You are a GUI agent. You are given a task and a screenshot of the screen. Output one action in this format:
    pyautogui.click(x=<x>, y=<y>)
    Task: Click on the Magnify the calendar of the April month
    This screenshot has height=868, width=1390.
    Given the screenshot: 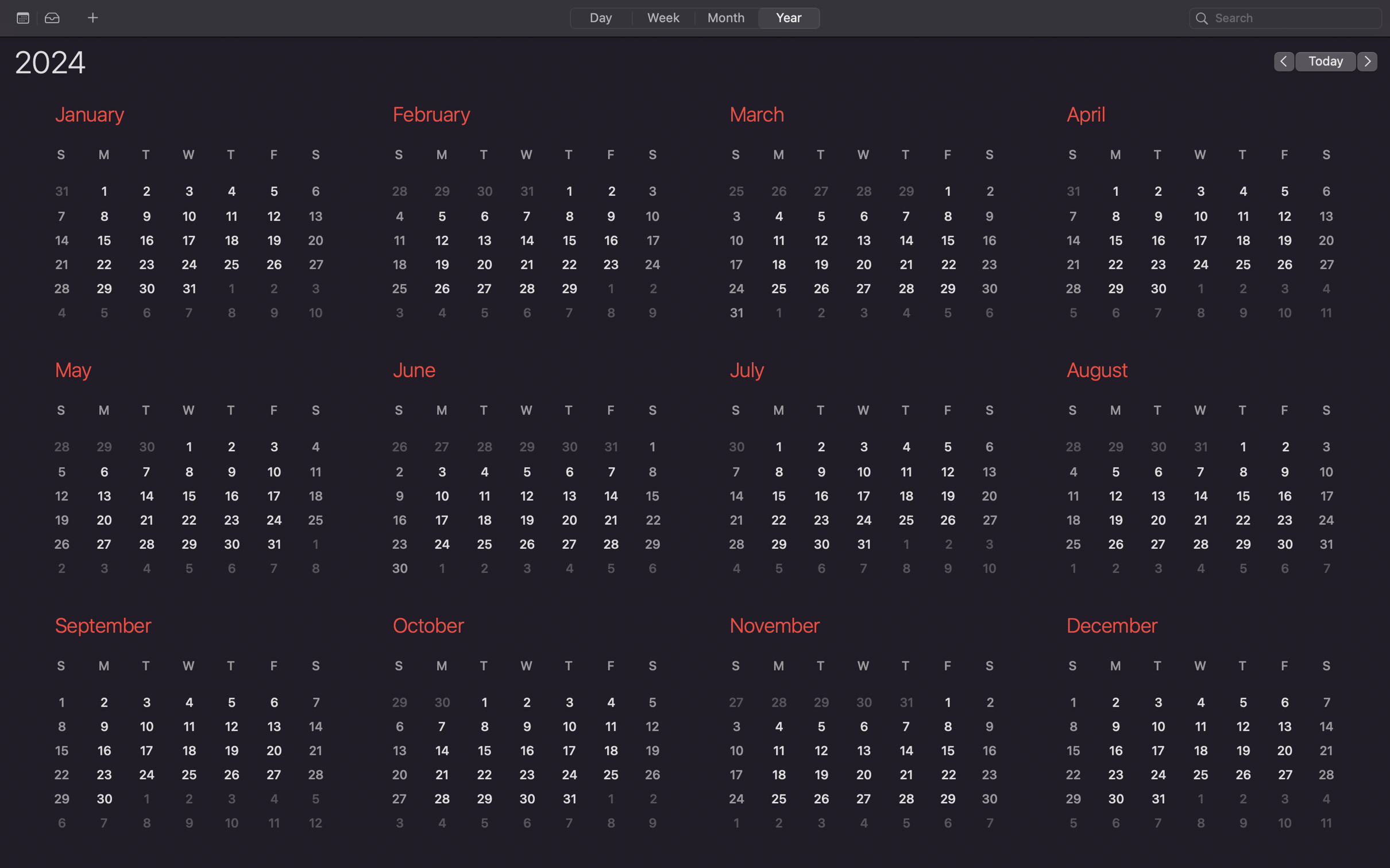 What is the action you would take?
    pyautogui.click(x=1195, y=212)
    